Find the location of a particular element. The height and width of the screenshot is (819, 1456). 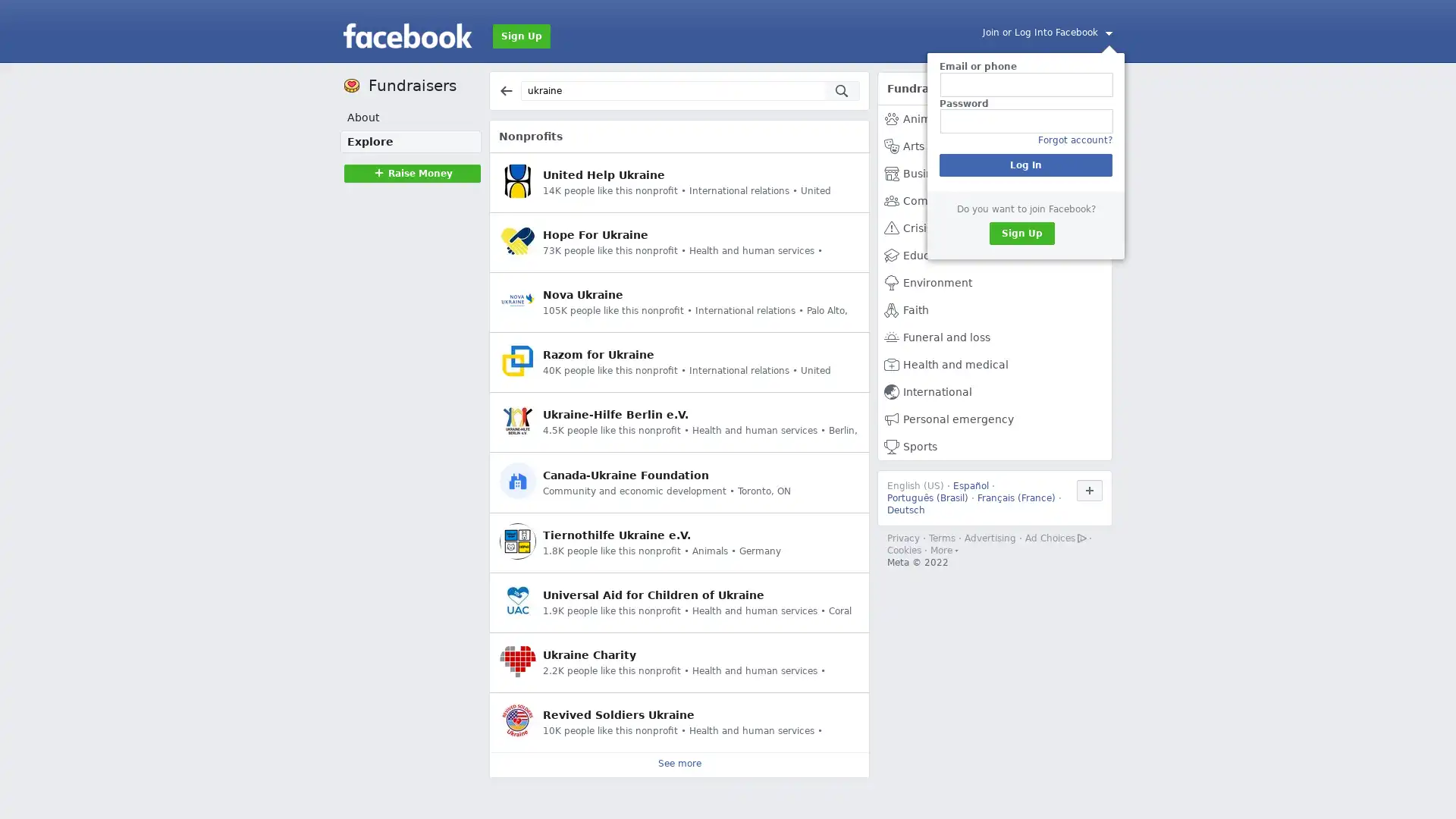

Log In is located at coordinates (1026, 165).